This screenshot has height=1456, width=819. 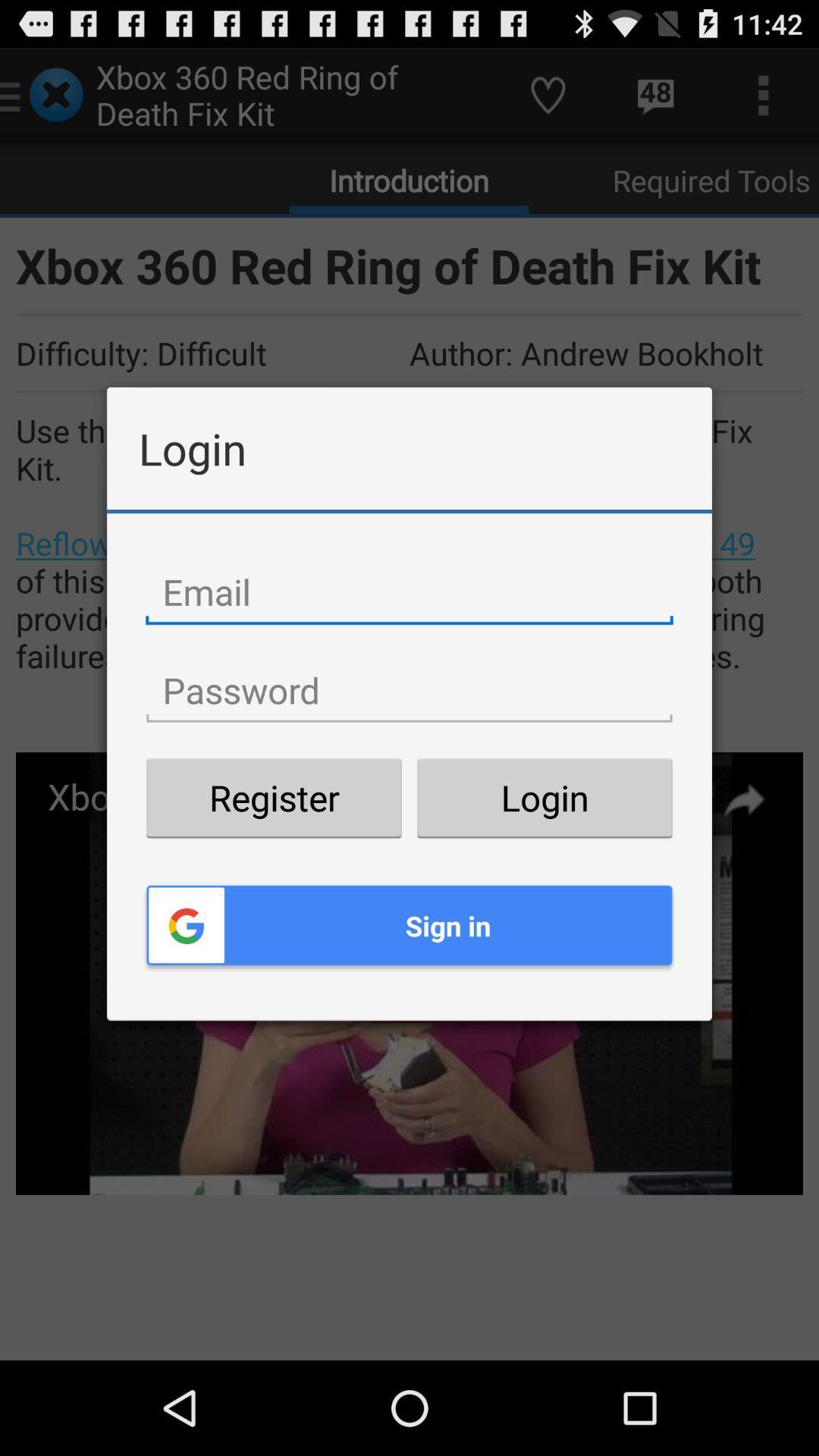 What do you see at coordinates (274, 797) in the screenshot?
I see `item above the sign in` at bounding box center [274, 797].